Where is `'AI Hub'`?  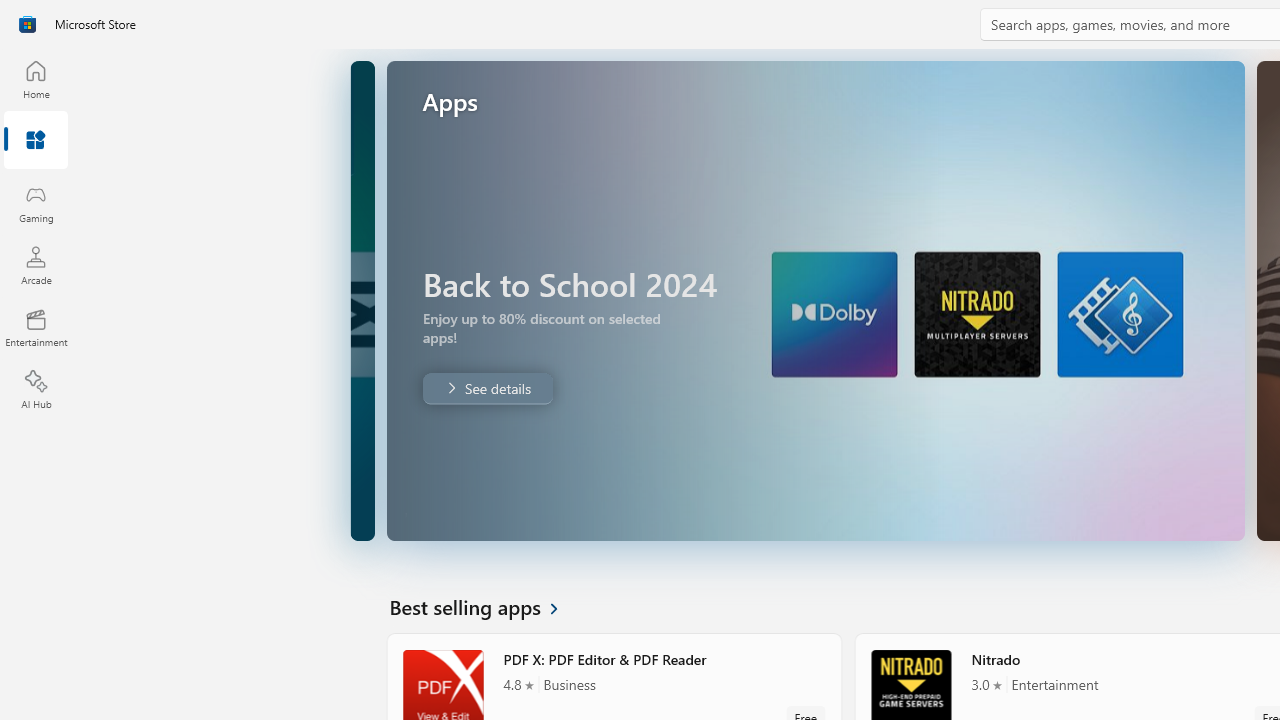 'AI Hub' is located at coordinates (35, 390).